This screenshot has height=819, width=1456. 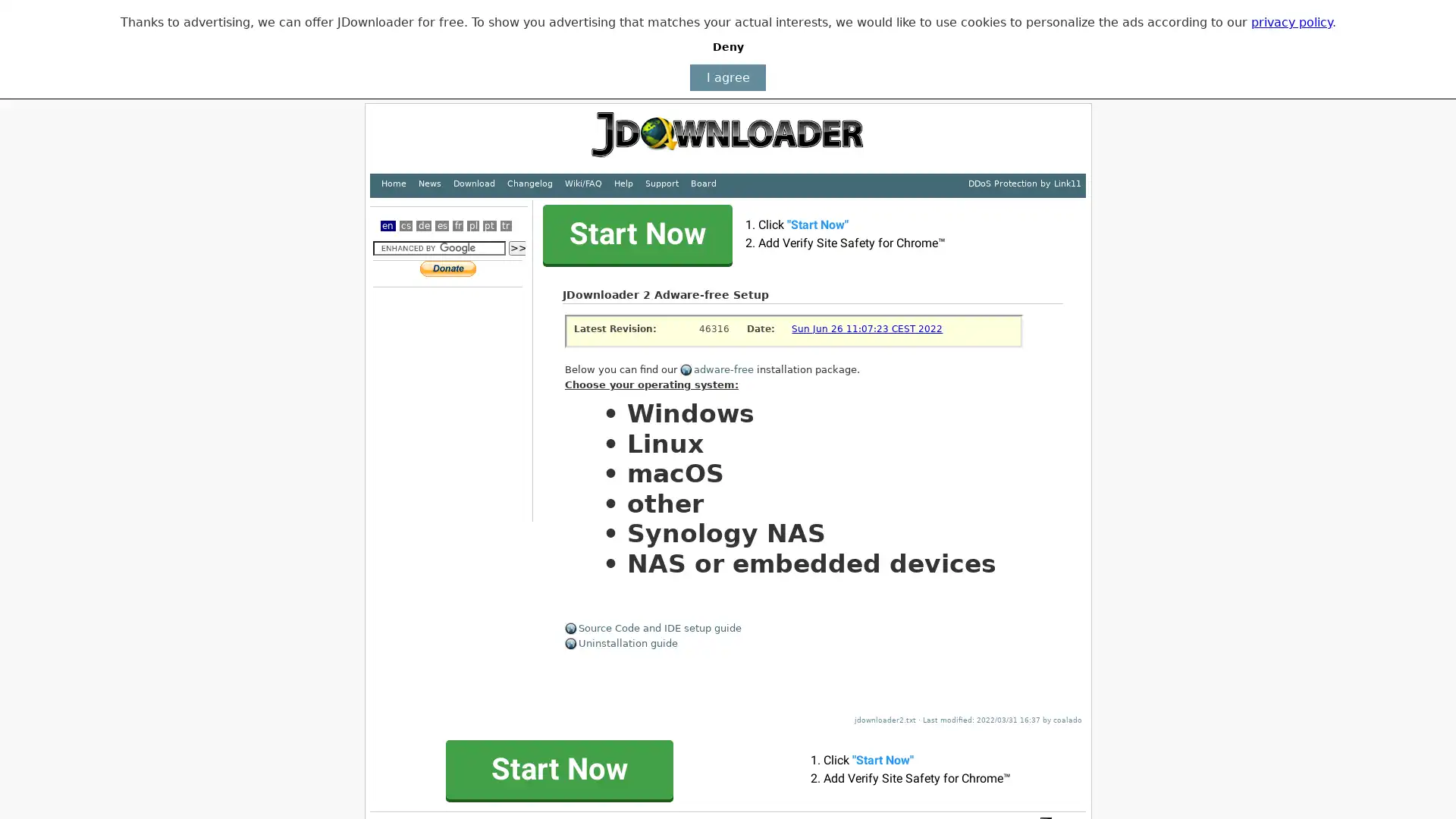 What do you see at coordinates (728, 77) in the screenshot?
I see `I agree` at bounding box center [728, 77].